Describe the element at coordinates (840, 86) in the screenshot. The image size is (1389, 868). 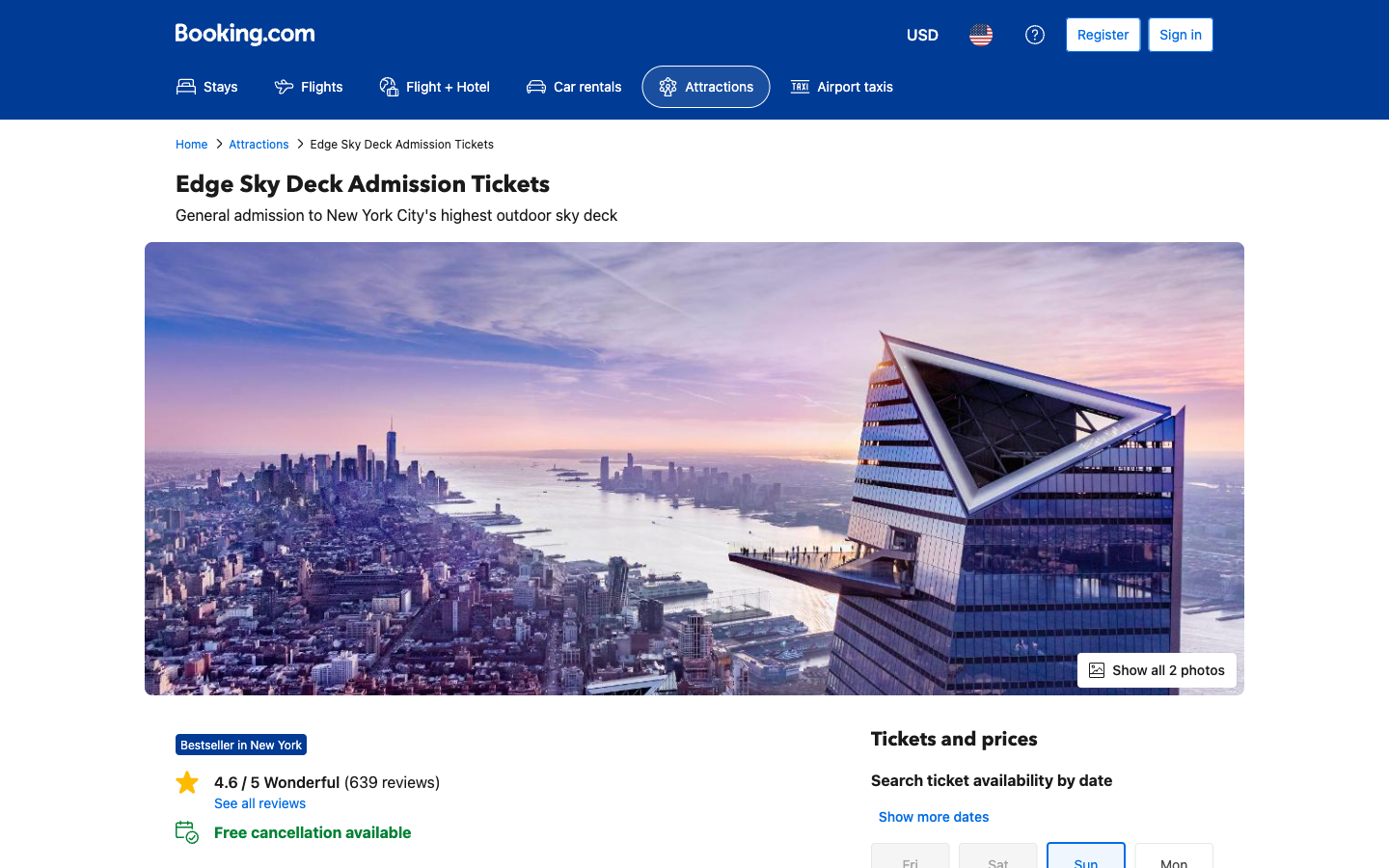
I see `Search for airport Taxis` at that location.